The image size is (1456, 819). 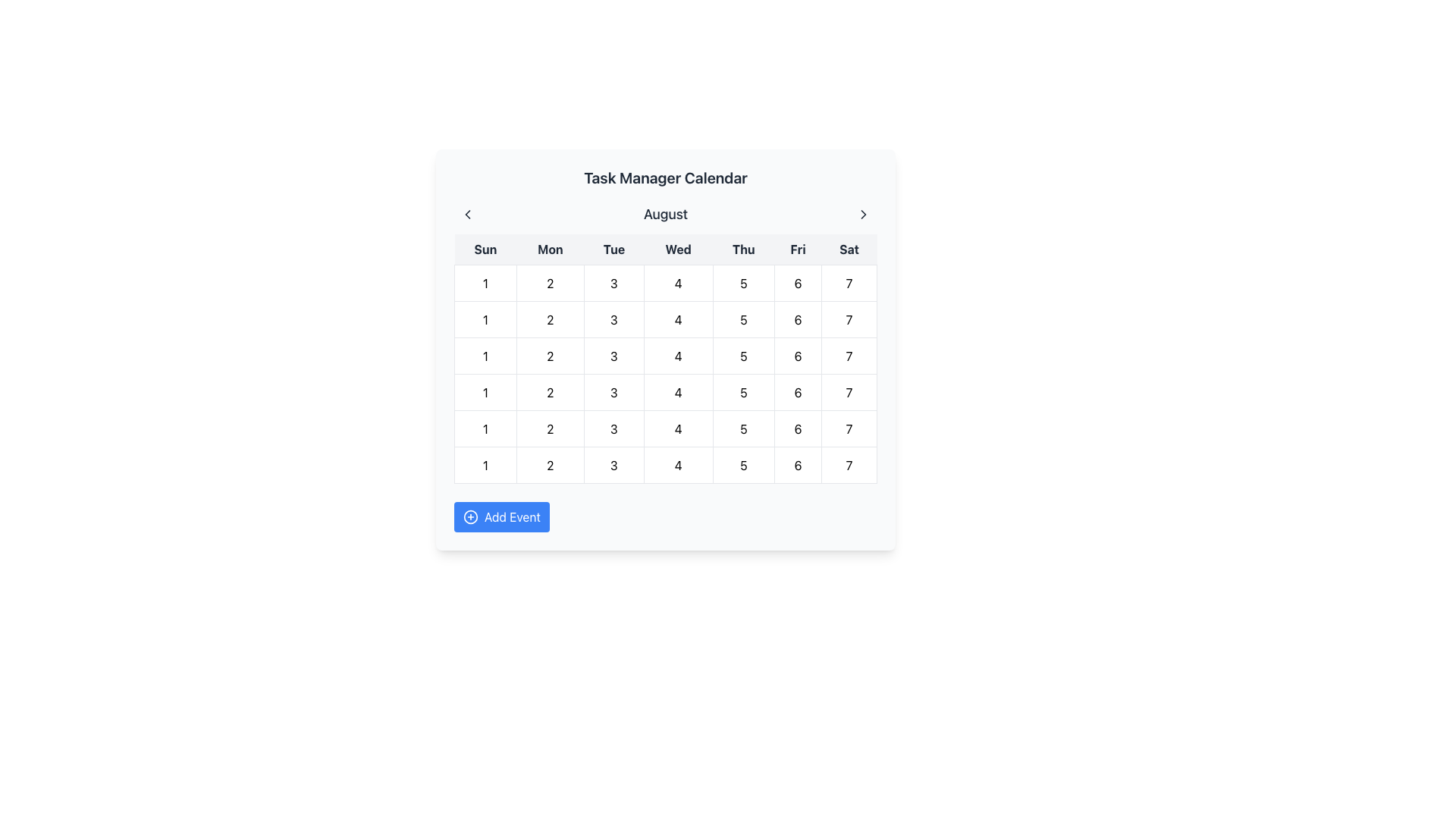 What do you see at coordinates (613, 428) in the screenshot?
I see `the static text element representing the date '3' in the calendar interface` at bounding box center [613, 428].